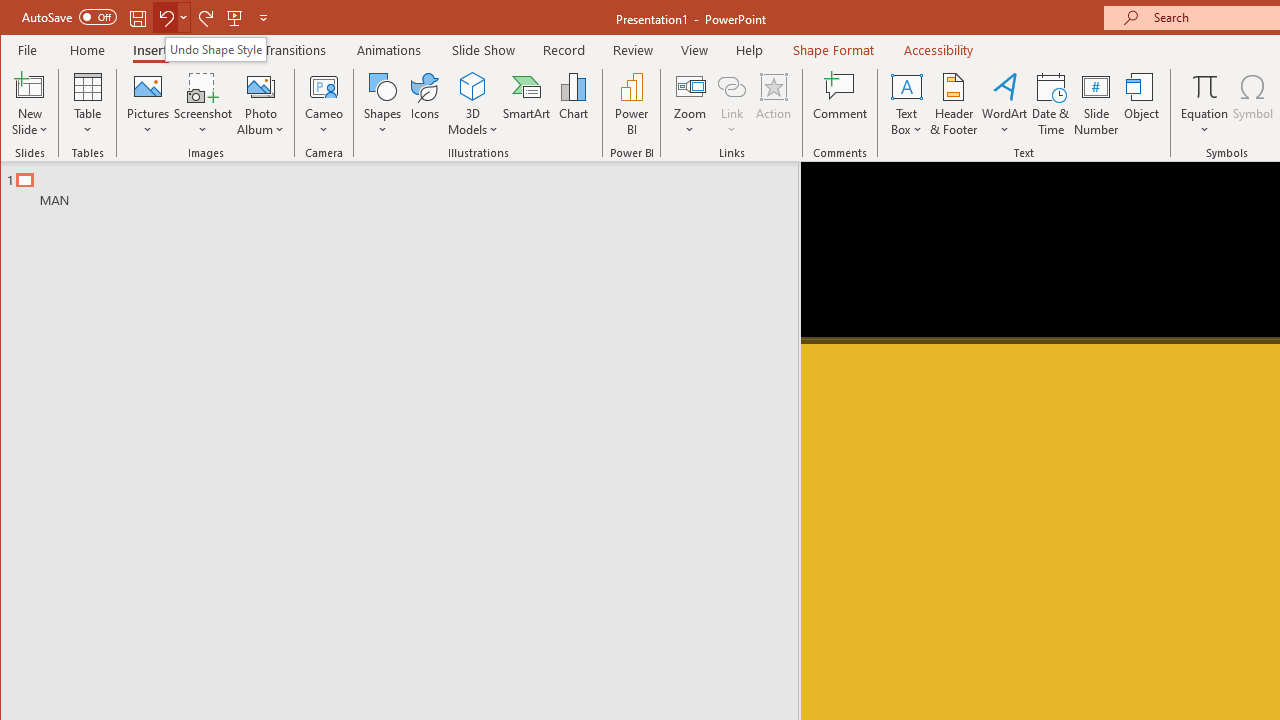 The image size is (1280, 720). What do you see at coordinates (1005, 104) in the screenshot?
I see `'WordArt'` at bounding box center [1005, 104].